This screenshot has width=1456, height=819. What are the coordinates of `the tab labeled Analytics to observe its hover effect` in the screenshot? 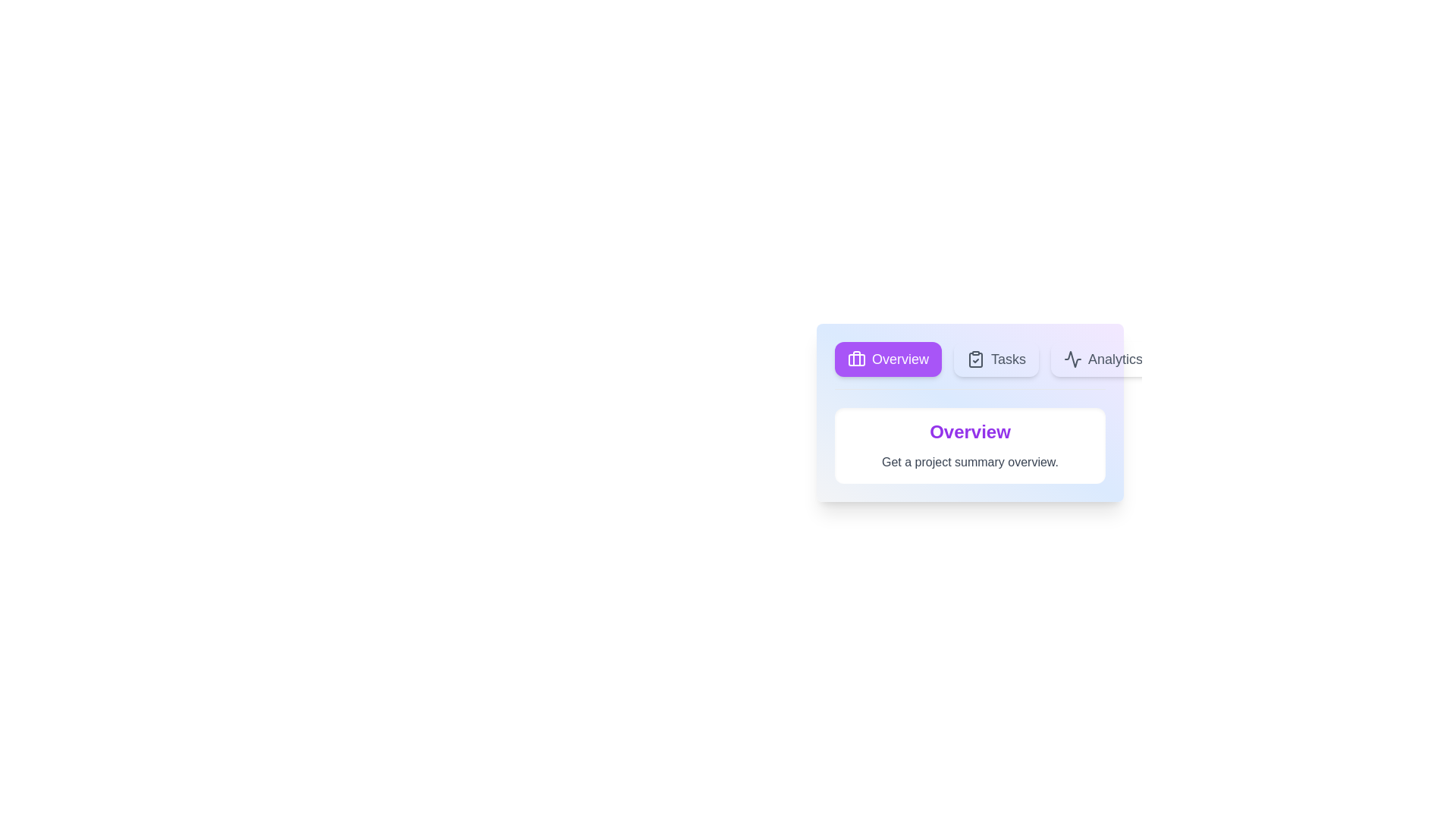 It's located at (1103, 359).